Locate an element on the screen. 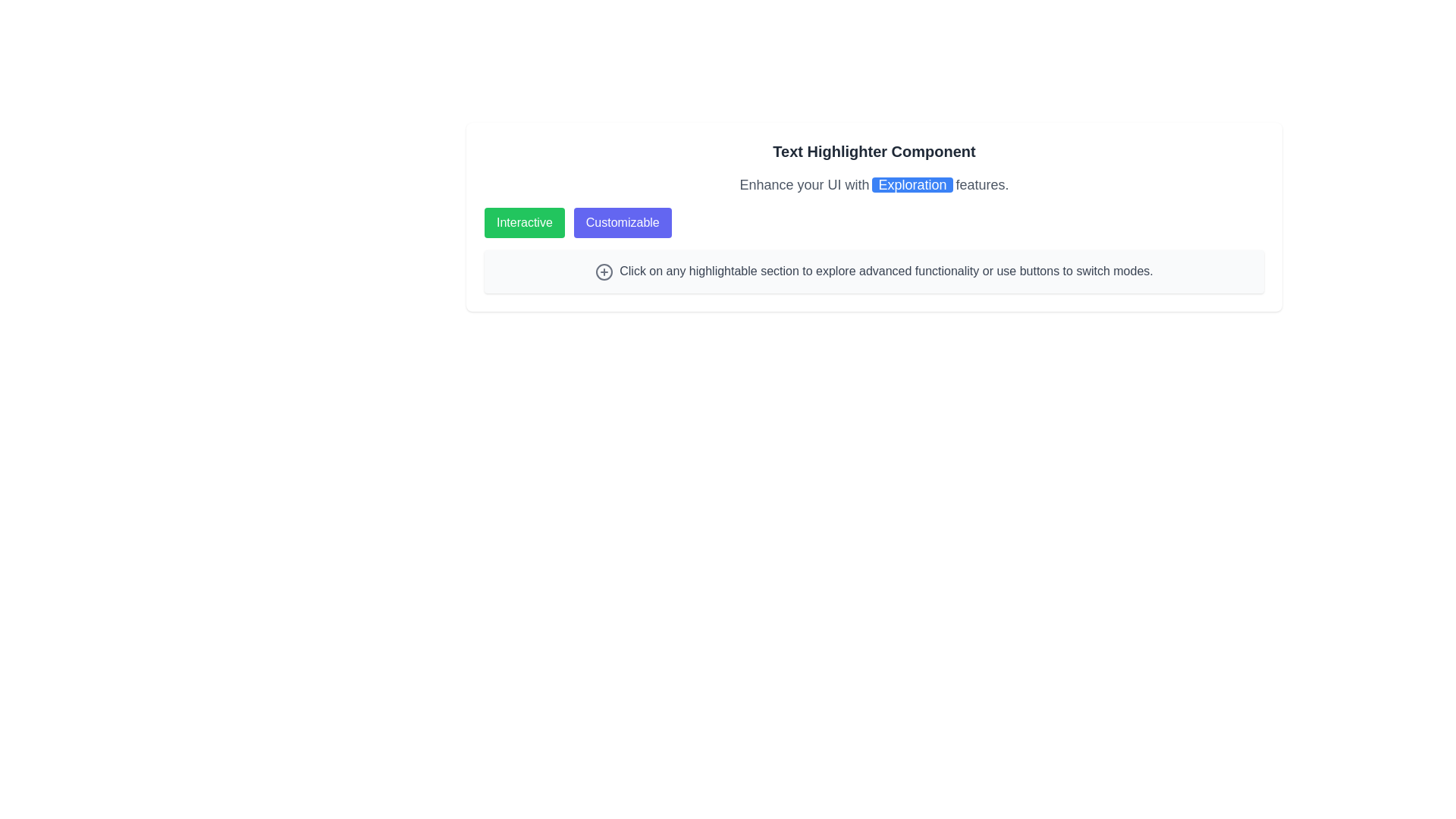 The height and width of the screenshot is (819, 1456). the text component displaying 'Enhance your UI with Exploration features.' is located at coordinates (874, 184).